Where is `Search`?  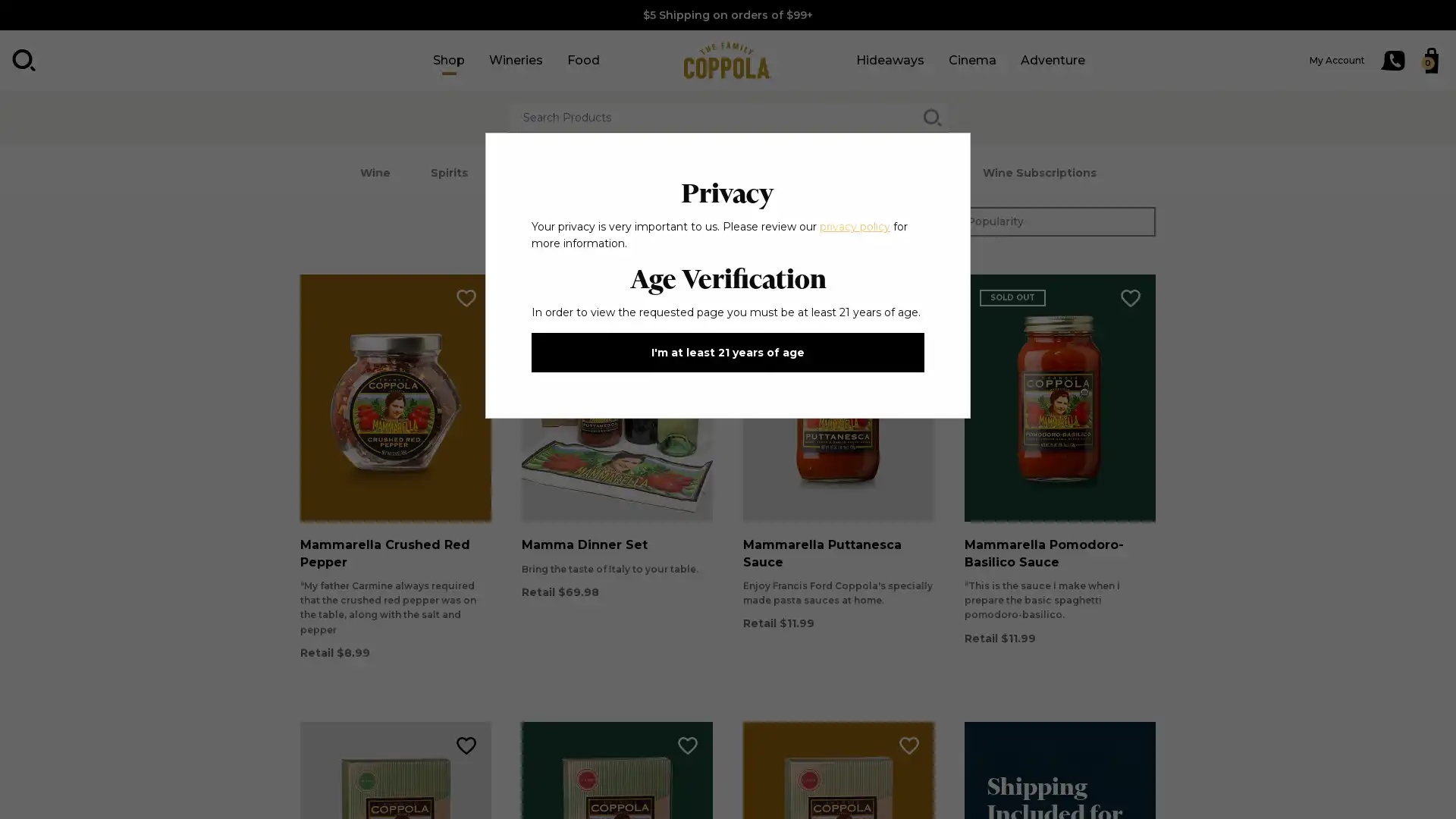 Search is located at coordinates (931, 117).